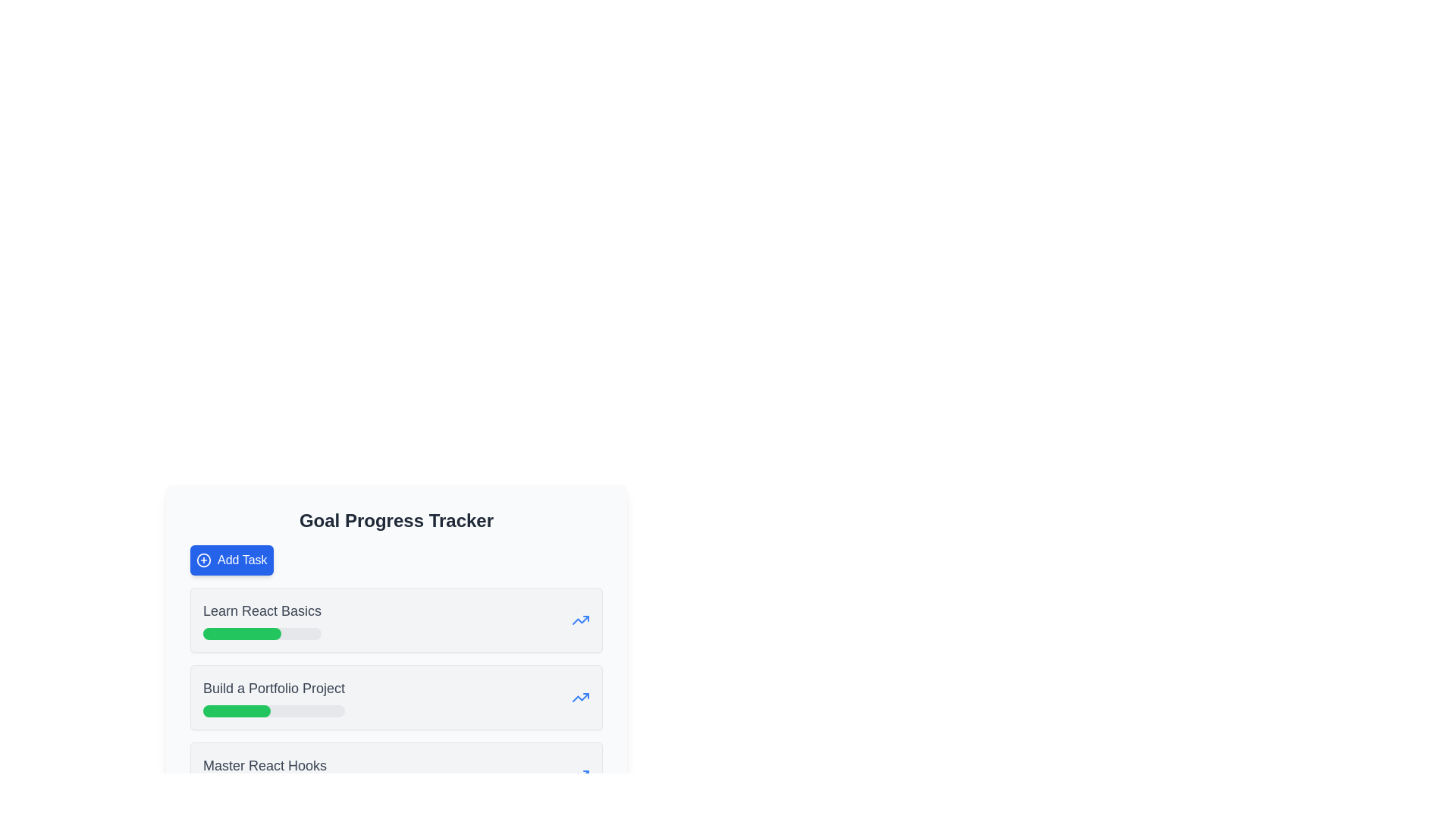  What do you see at coordinates (580, 775) in the screenshot?
I see `the progress indicator icon located in the 'Master React Hooks' section, positioned to the right of the text` at bounding box center [580, 775].